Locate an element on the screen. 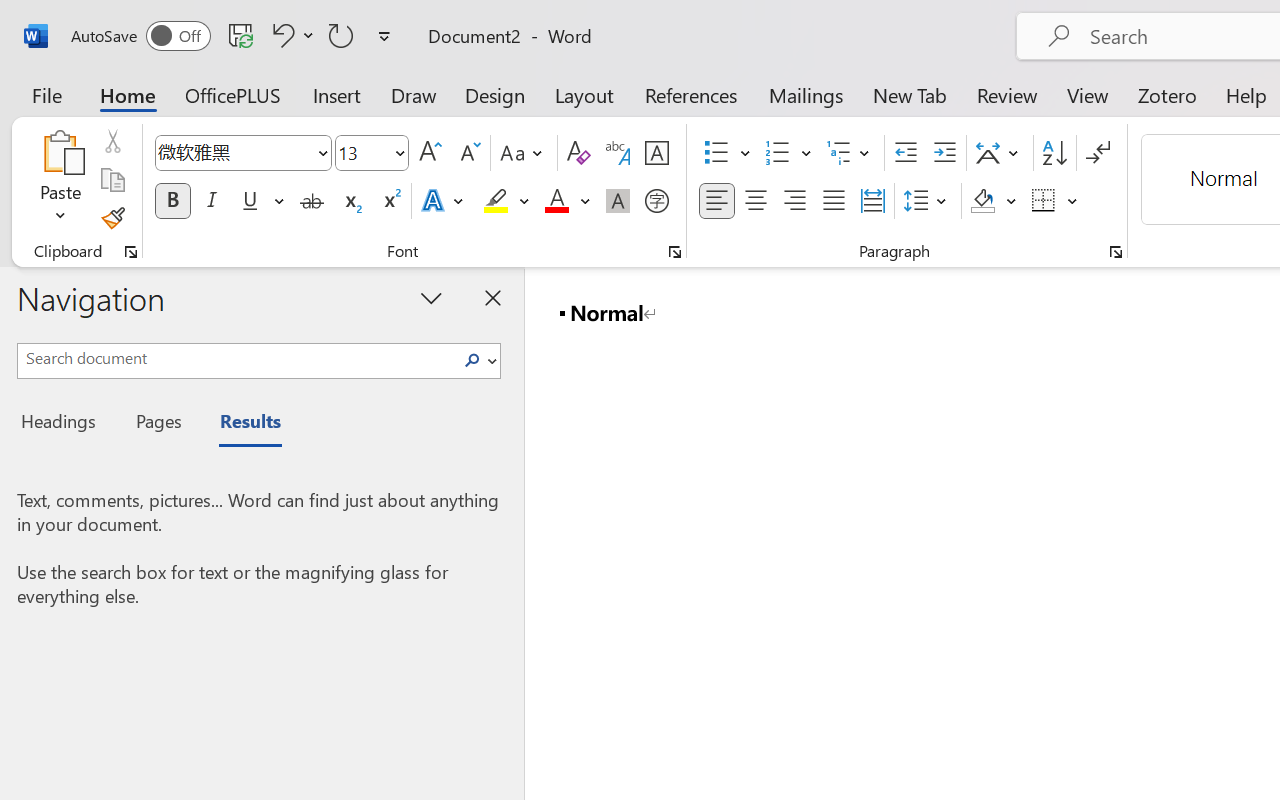 The width and height of the screenshot is (1280, 800). 'Font Color' is located at coordinates (566, 201).